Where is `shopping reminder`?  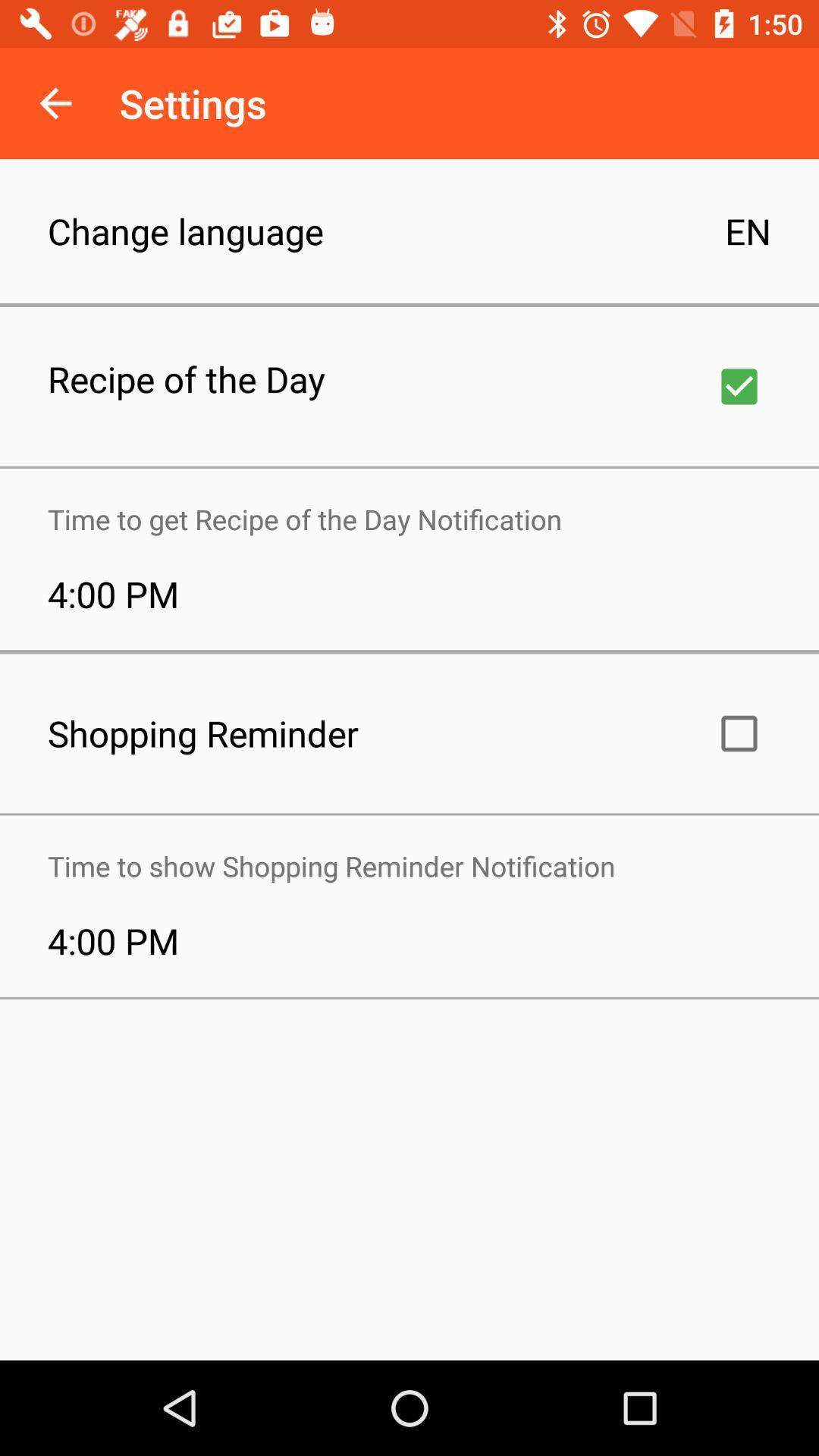 shopping reminder is located at coordinates (739, 733).